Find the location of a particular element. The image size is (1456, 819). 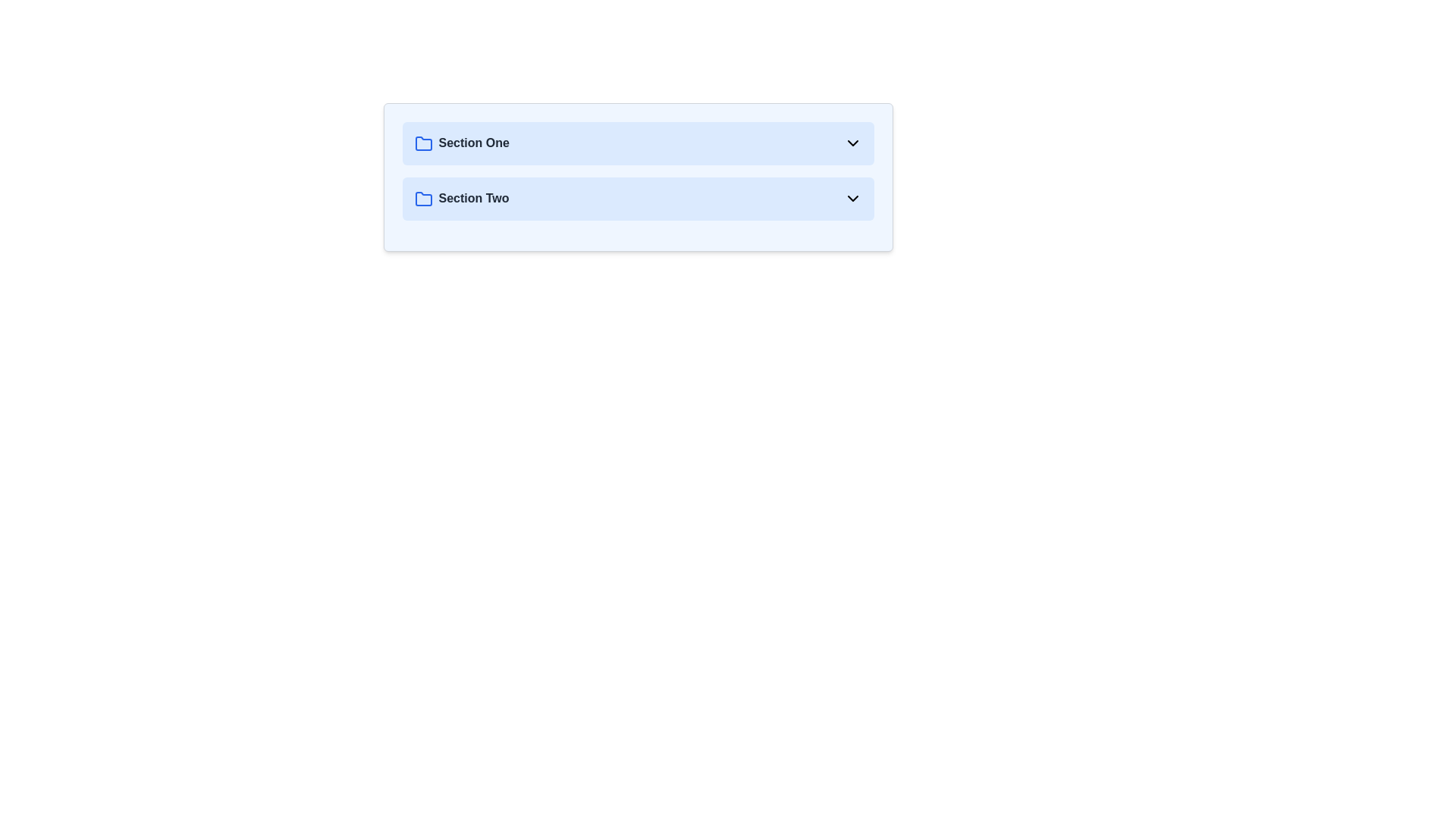

the small black triangular dropdown indicator icon located at the far right of the 'Section Two' collapsible item is located at coordinates (852, 198).